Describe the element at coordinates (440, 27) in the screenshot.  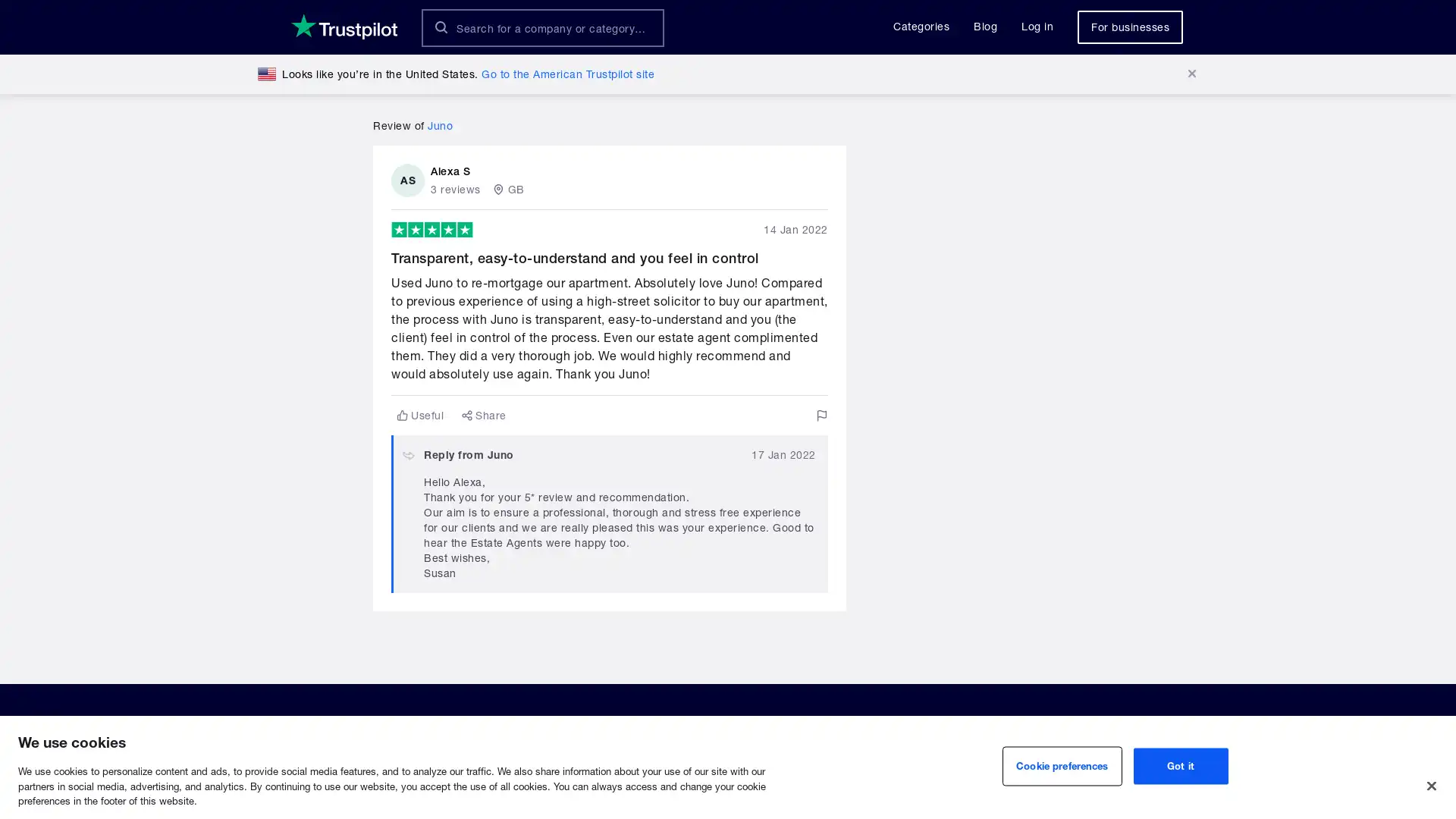
I see `Search` at that location.